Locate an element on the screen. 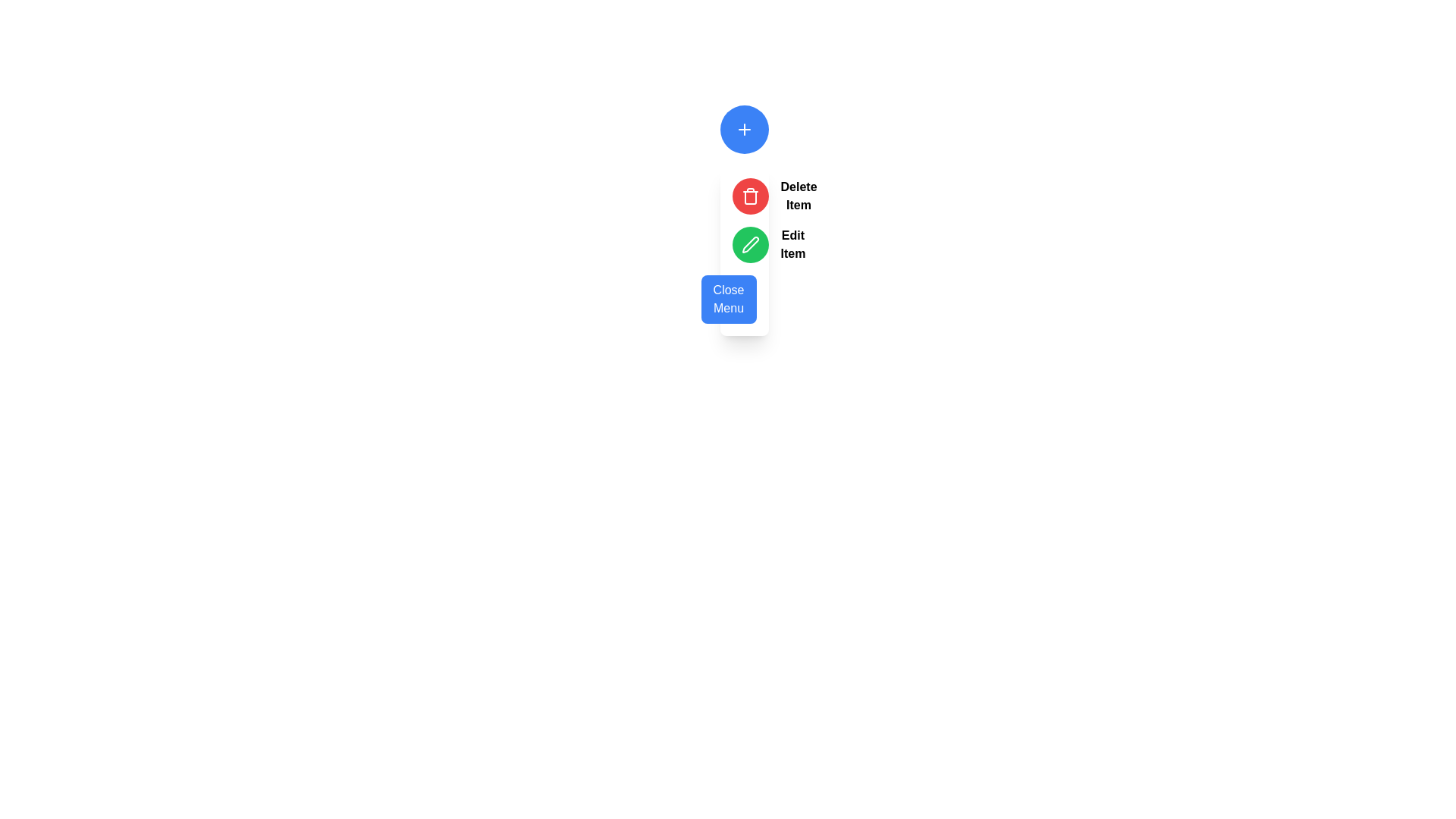 This screenshot has width=1456, height=819. the 'Edit Item' text label in the vertical menu, which is bold and positioned below the 'Delete Item' text is located at coordinates (792, 244).